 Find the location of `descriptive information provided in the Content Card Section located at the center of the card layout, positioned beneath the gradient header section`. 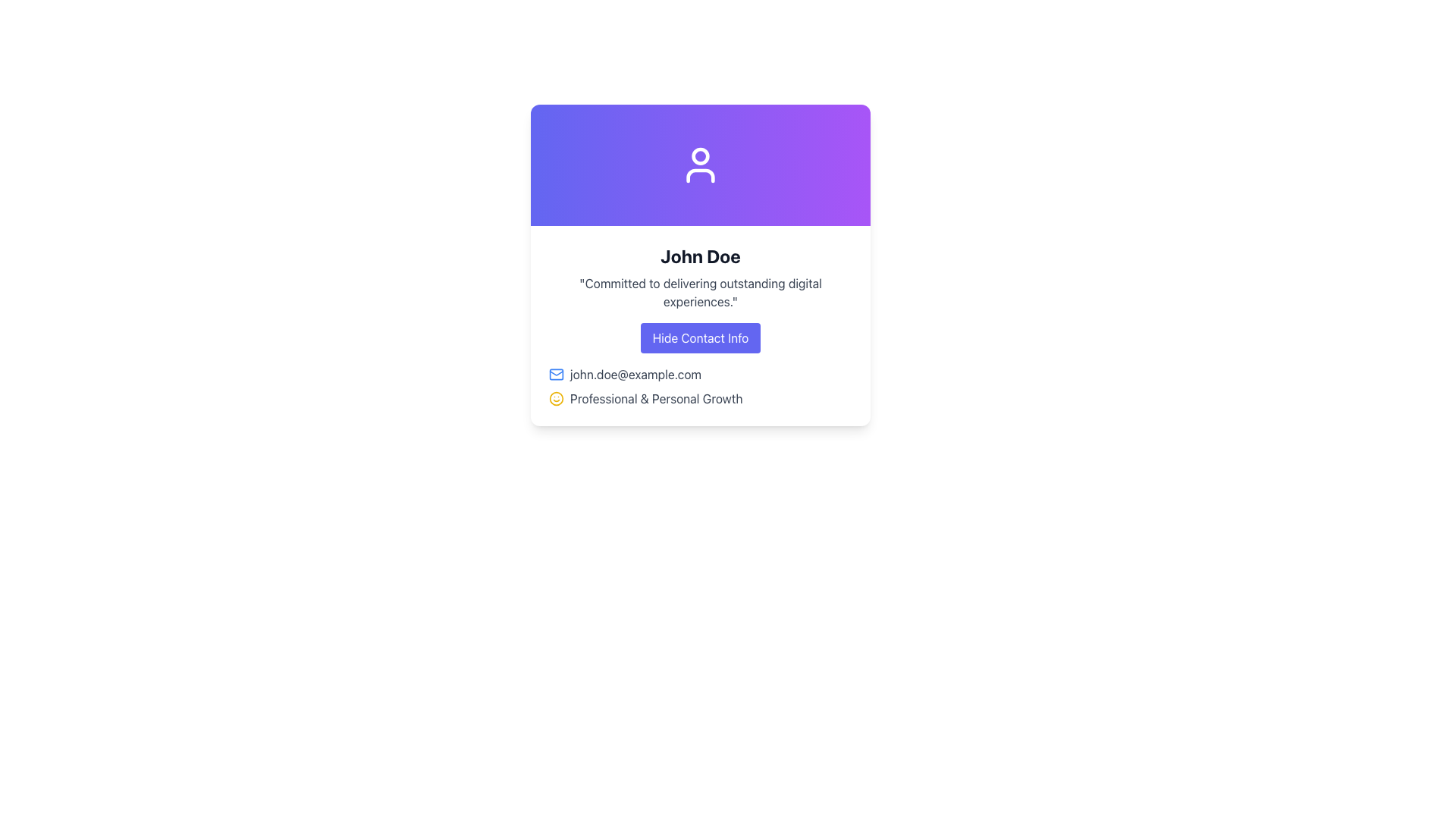

descriptive information provided in the Content Card Section located at the center of the card layout, positioned beneath the gradient header section is located at coordinates (700, 325).